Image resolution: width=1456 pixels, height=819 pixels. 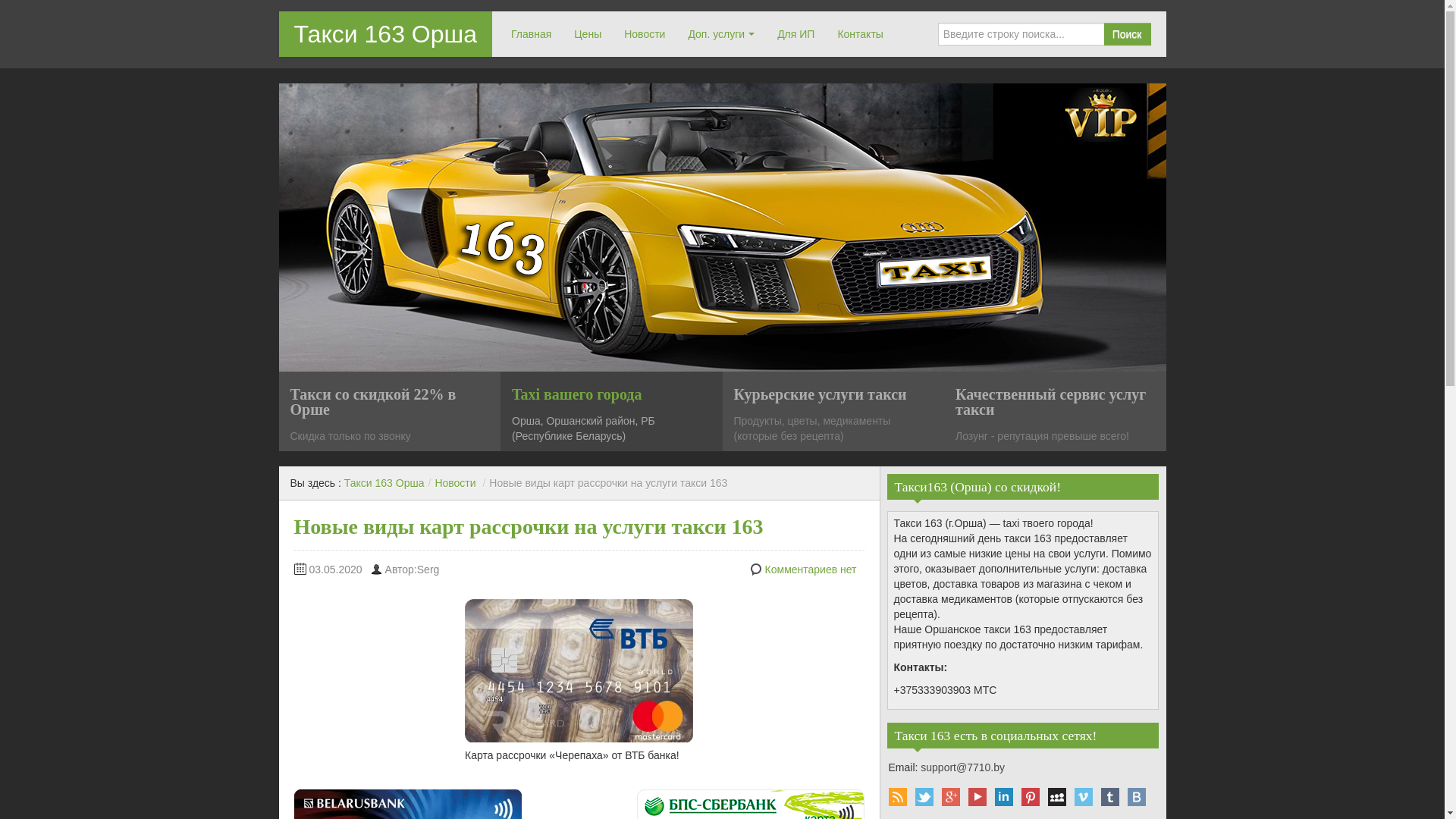 What do you see at coordinates (1056, 795) in the screenshot?
I see `'Myspace'` at bounding box center [1056, 795].